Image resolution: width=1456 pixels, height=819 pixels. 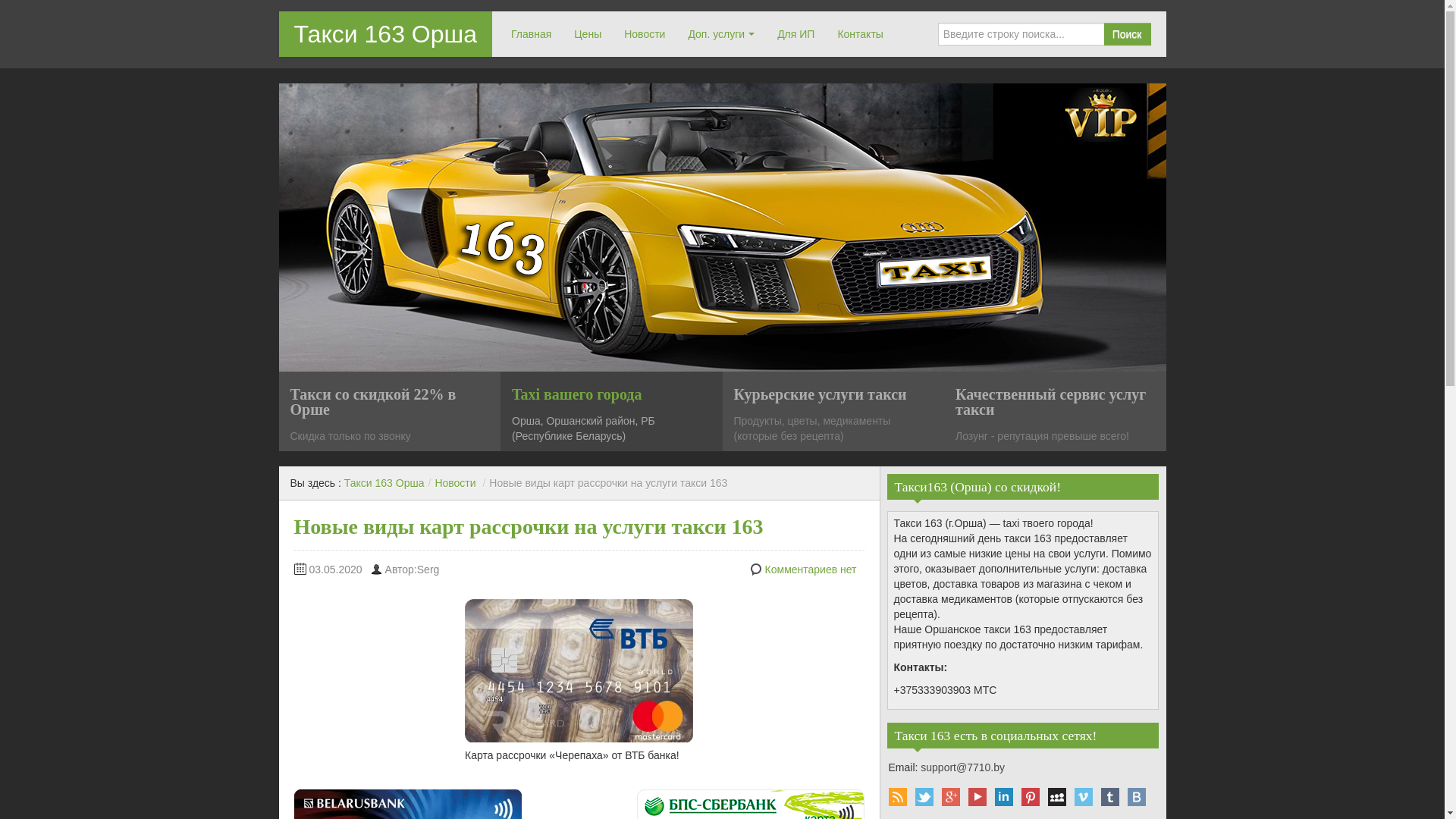 What do you see at coordinates (1056, 795) in the screenshot?
I see `'Myspace'` at bounding box center [1056, 795].